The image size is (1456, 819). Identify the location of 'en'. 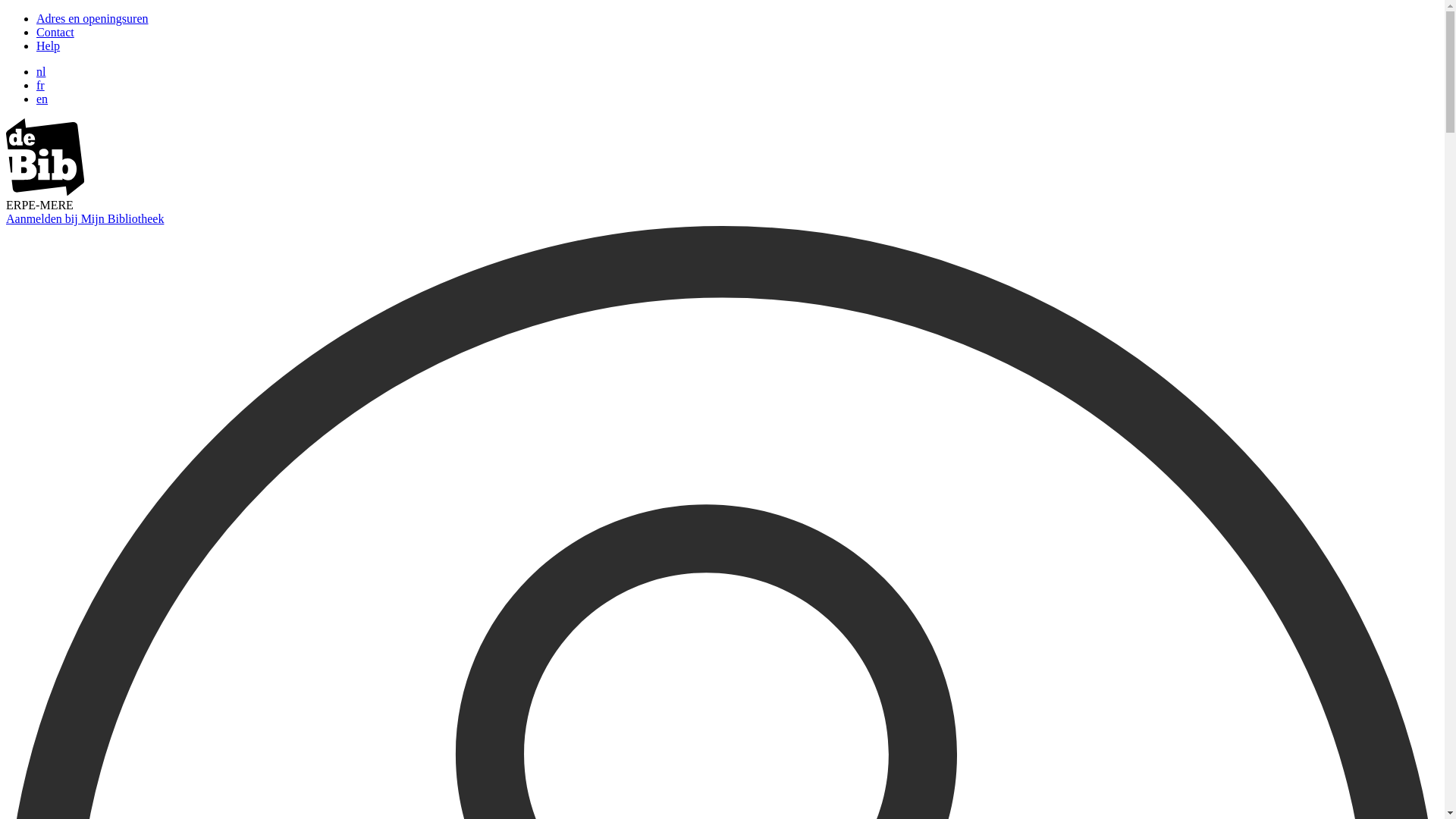
(42, 99).